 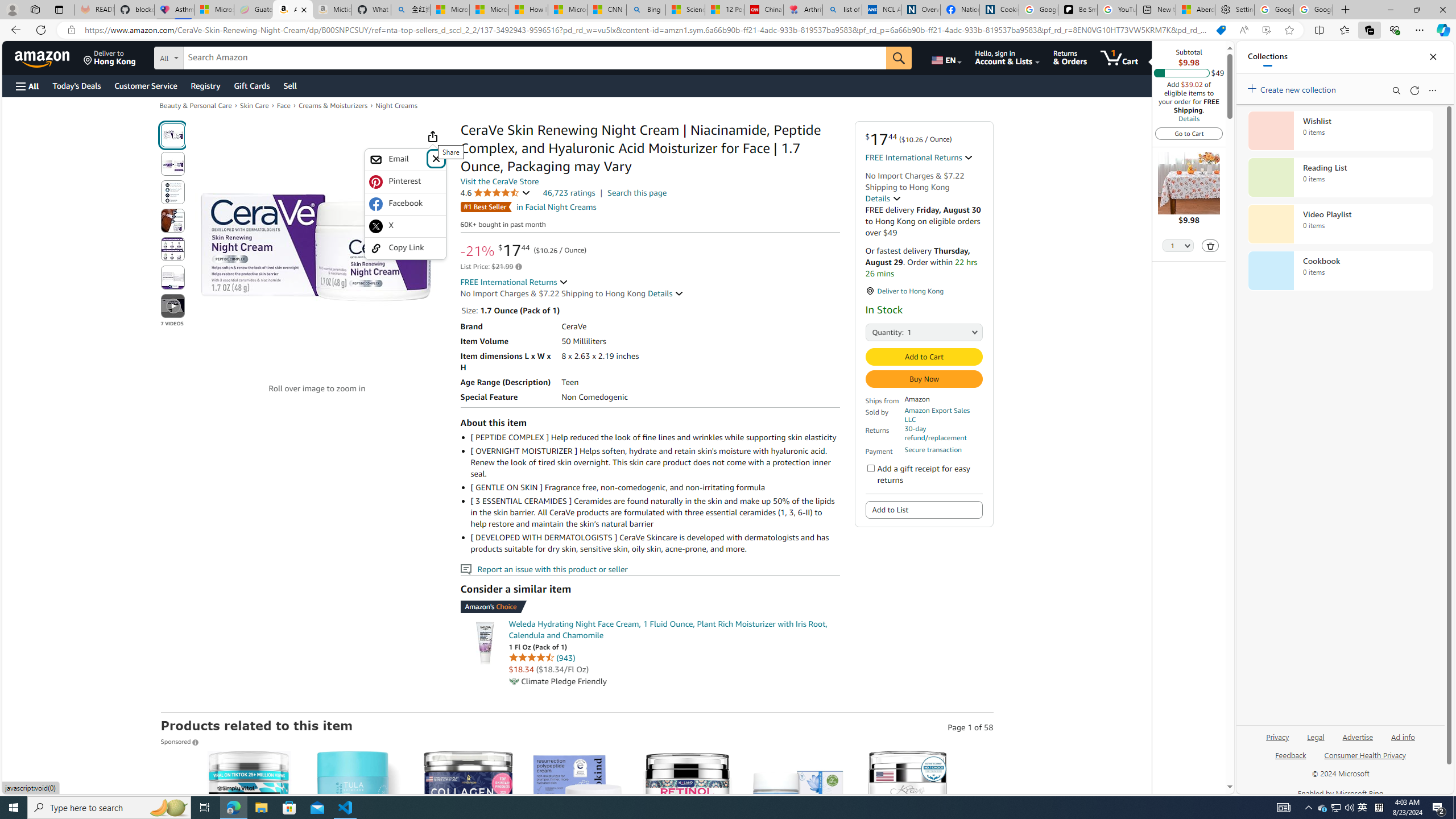 What do you see at coordinates (1340, 223) in the screenshot?
I see `'Video Playlist collection, 0 items'` at bounding box center [1340, 223].